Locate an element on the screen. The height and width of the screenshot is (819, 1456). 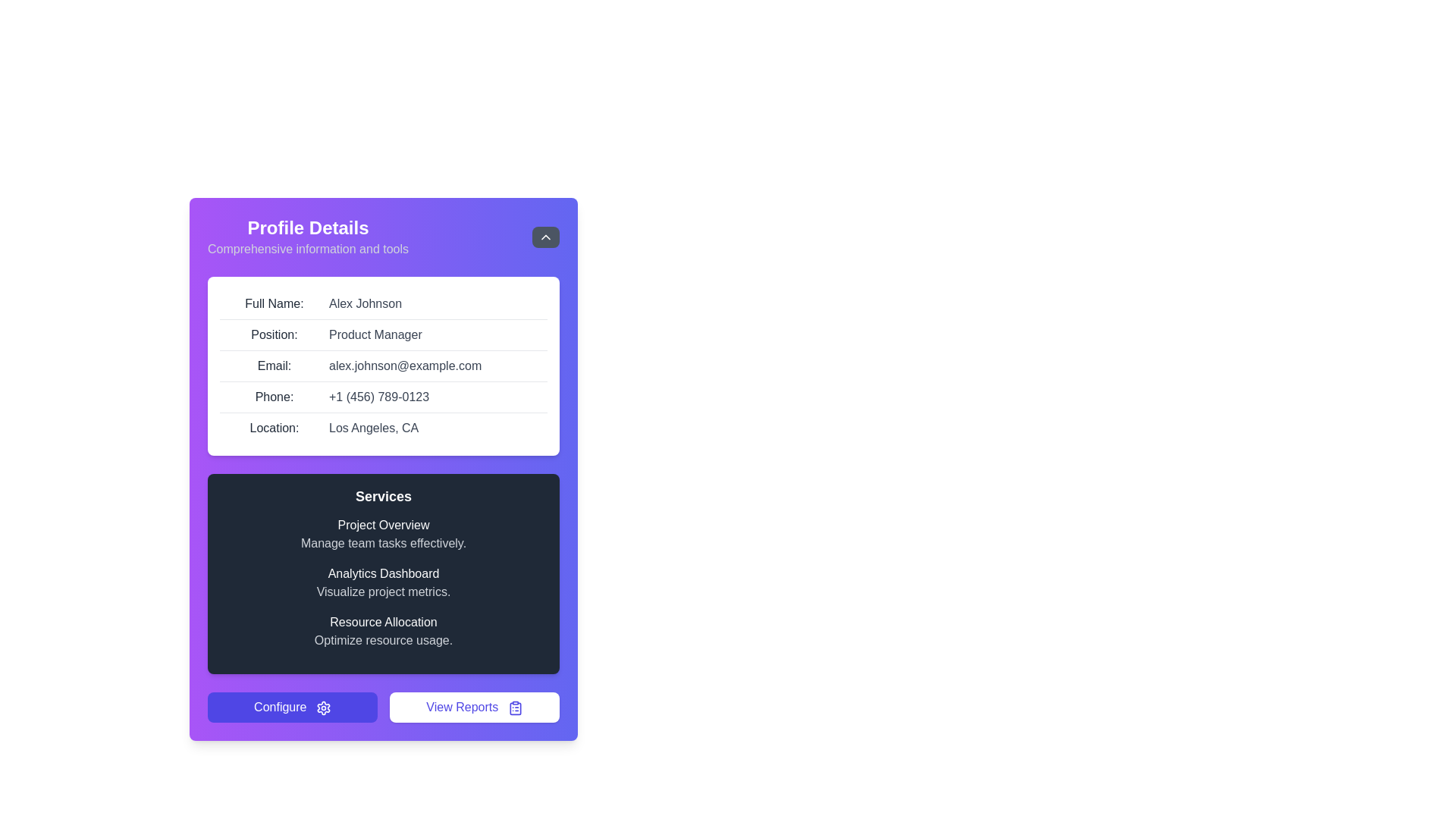
the 'Analytics Dashboard' text label, which is displayed in white font on a dark background, positioned below 'Project Overview' and above 'Resource Allocation' in the 'Services' section is located at coordinates (383, 573).